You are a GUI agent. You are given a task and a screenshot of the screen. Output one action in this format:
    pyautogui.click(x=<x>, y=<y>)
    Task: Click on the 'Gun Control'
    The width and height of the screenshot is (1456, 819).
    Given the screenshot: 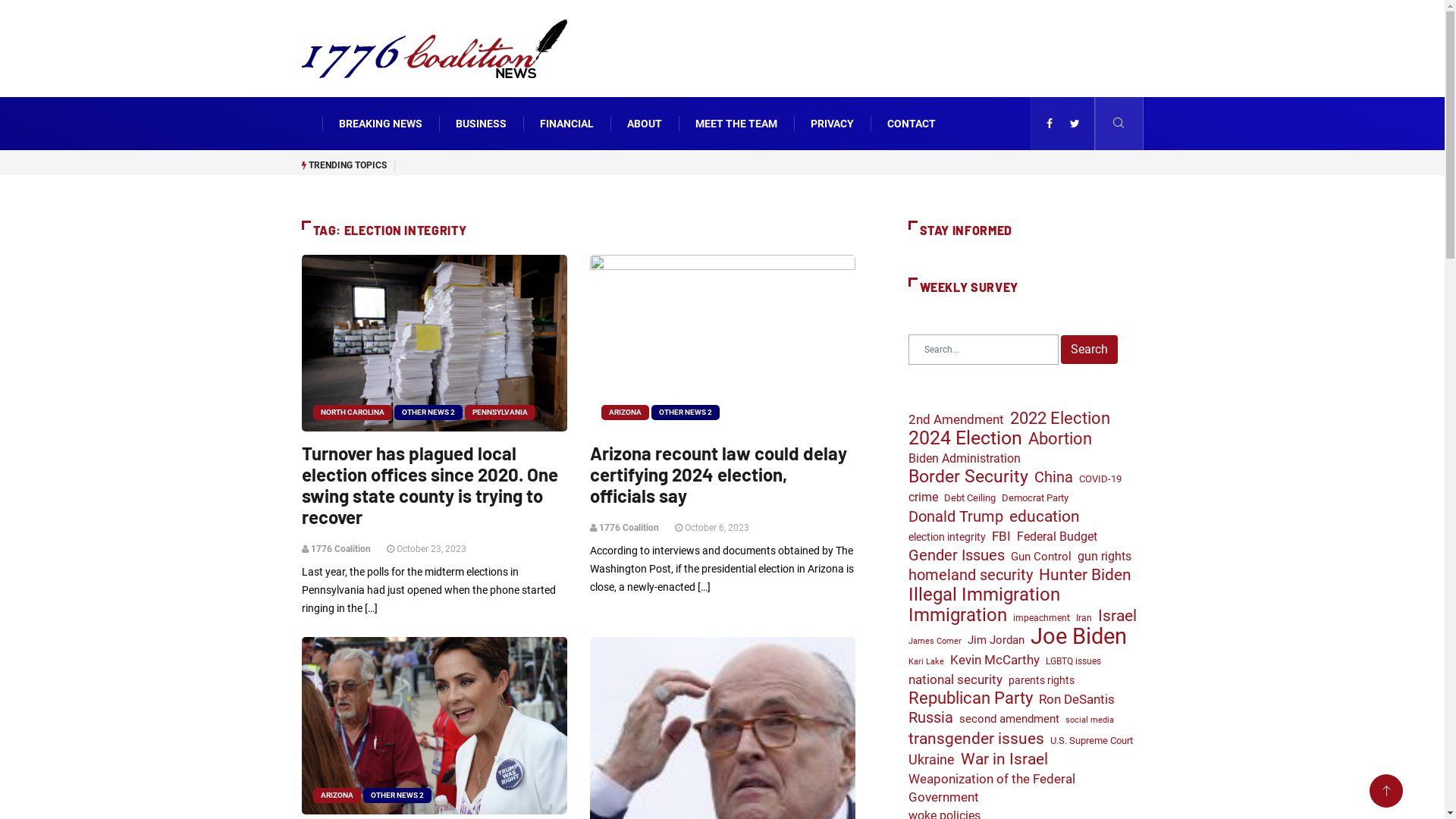 What is the action you would take?
    pyautogui.click(x=1040, y=556)
    